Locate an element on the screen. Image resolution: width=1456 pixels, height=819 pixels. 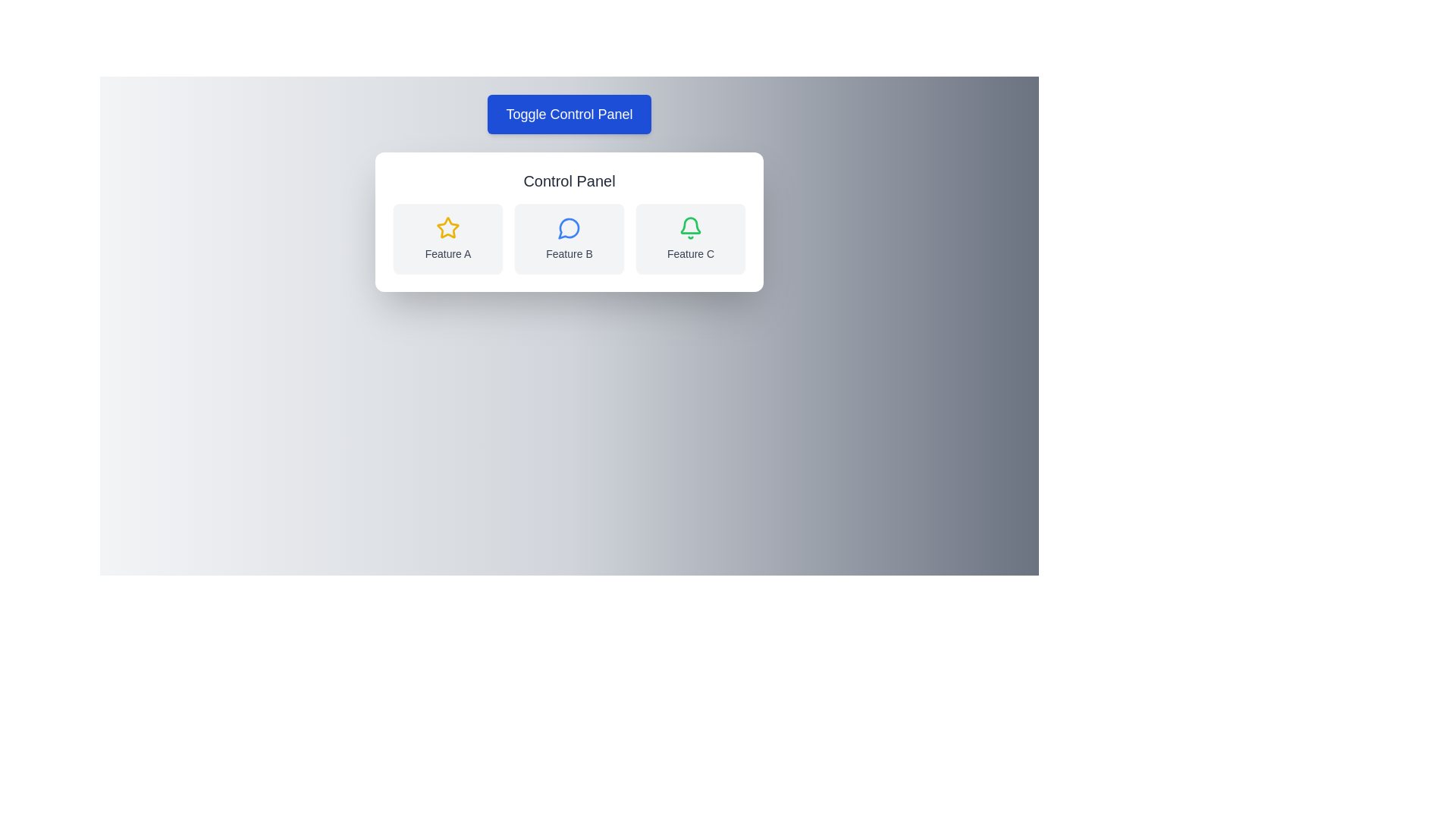
the Text Label that describes the central feature in the grid, located below the chat bubble icon is located at coordinates (568, 253).